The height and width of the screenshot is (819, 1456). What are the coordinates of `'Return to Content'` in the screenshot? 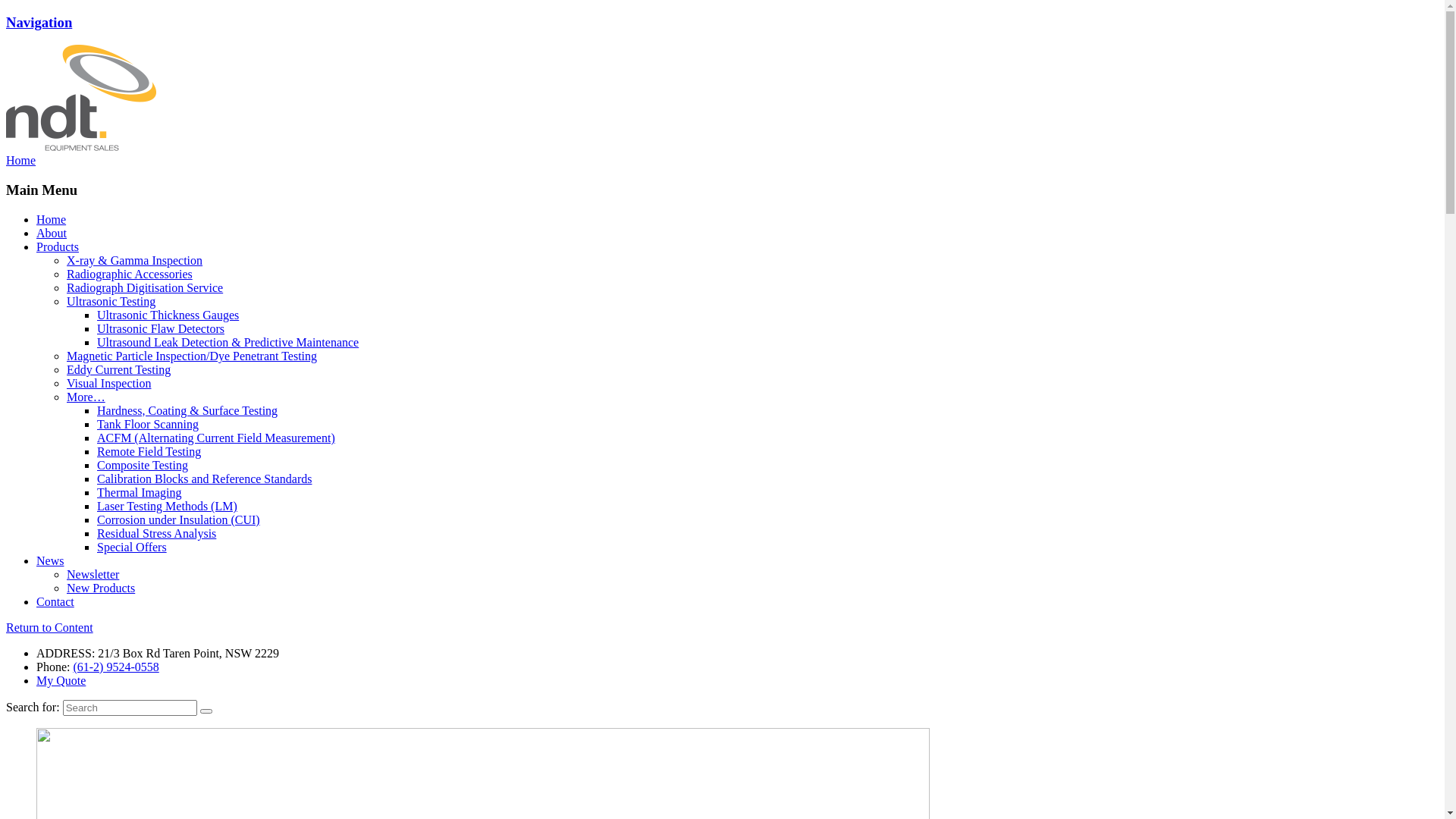 It's located at (49, 627).